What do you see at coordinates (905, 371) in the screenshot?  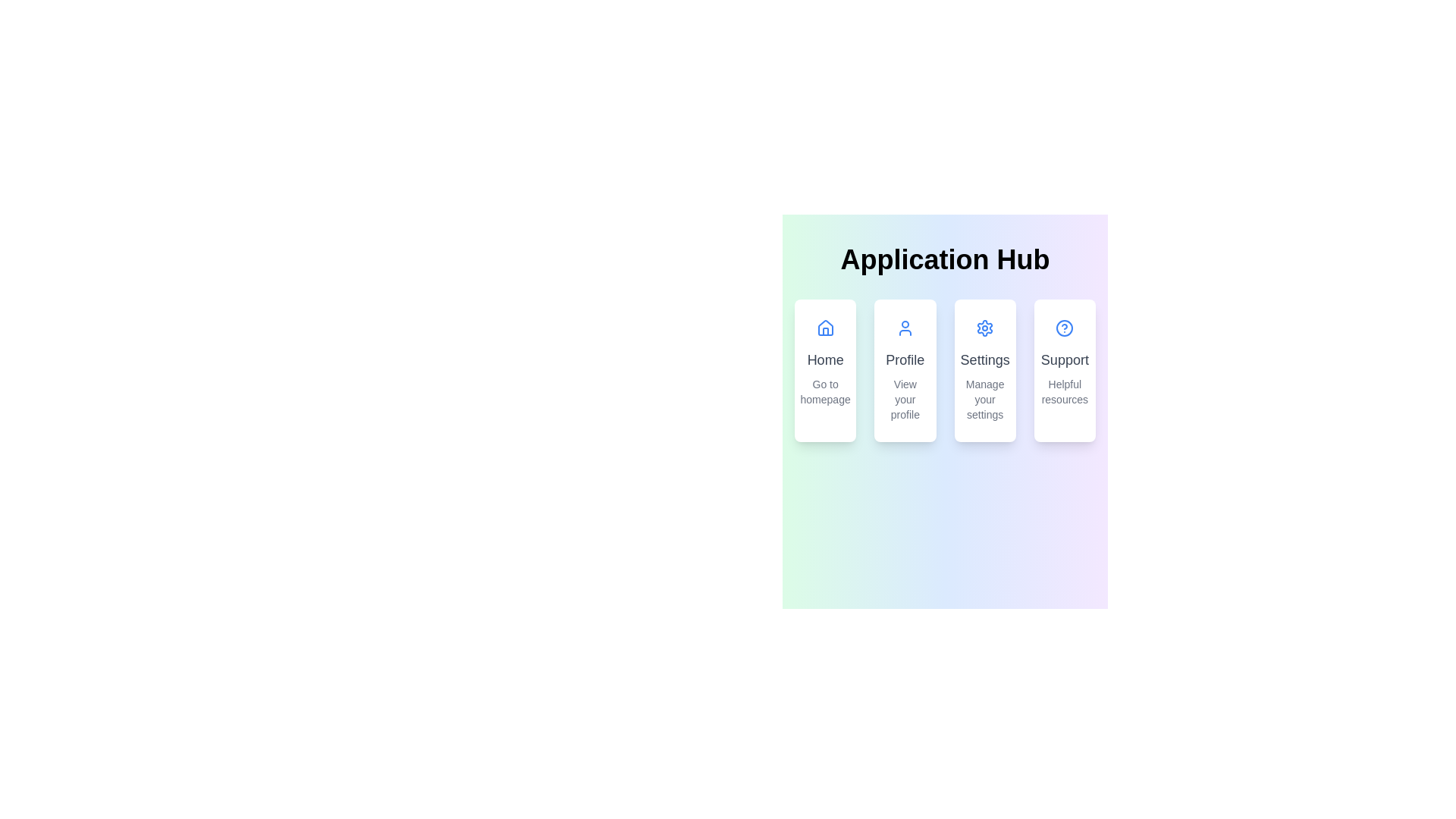 I see `the navigation button that directs the user to their profile page` at bounding box center [905, 371].